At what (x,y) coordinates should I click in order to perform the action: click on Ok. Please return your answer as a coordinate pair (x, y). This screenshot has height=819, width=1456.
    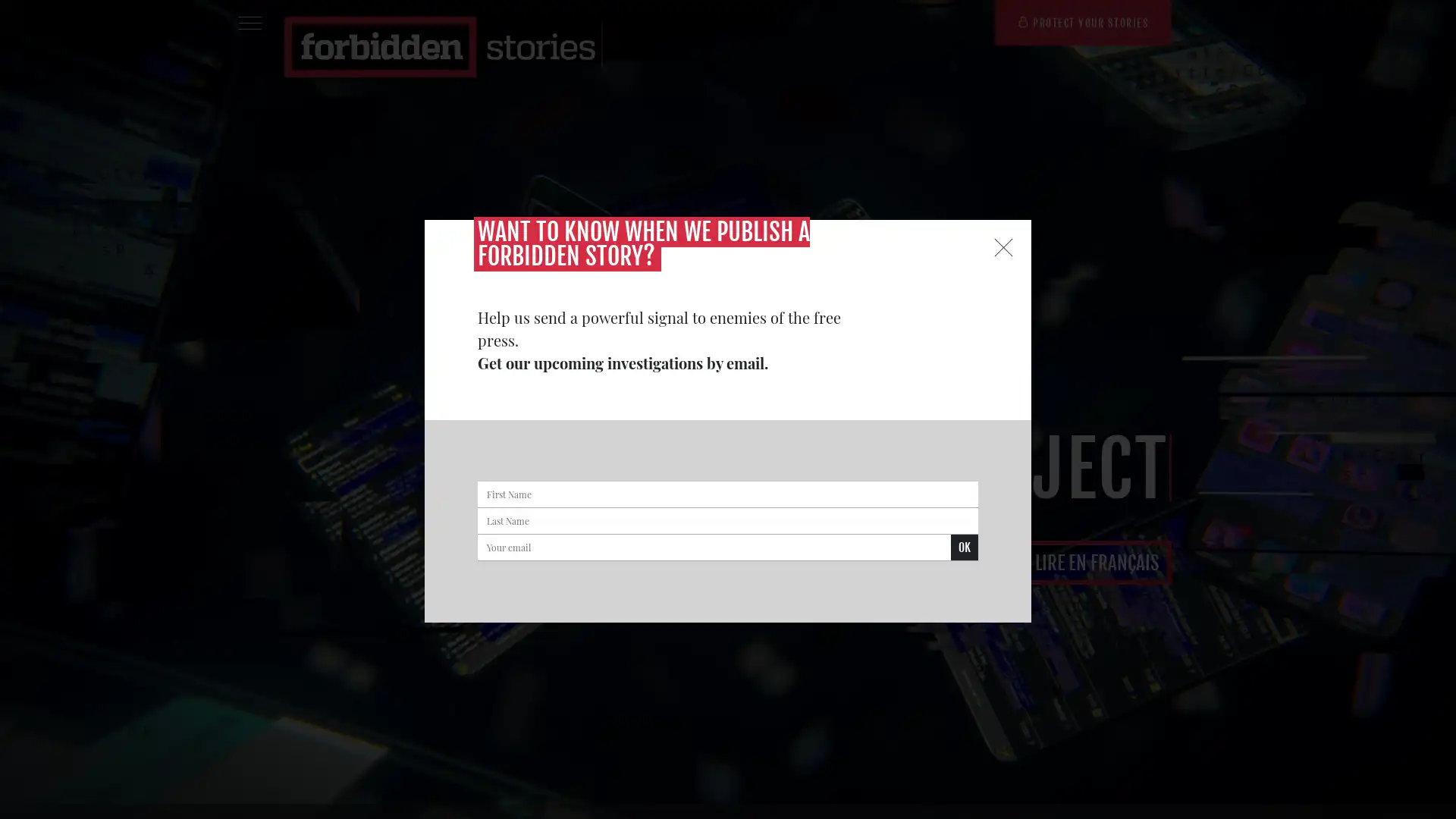
    Looking at the image, I should click on (964, 548).